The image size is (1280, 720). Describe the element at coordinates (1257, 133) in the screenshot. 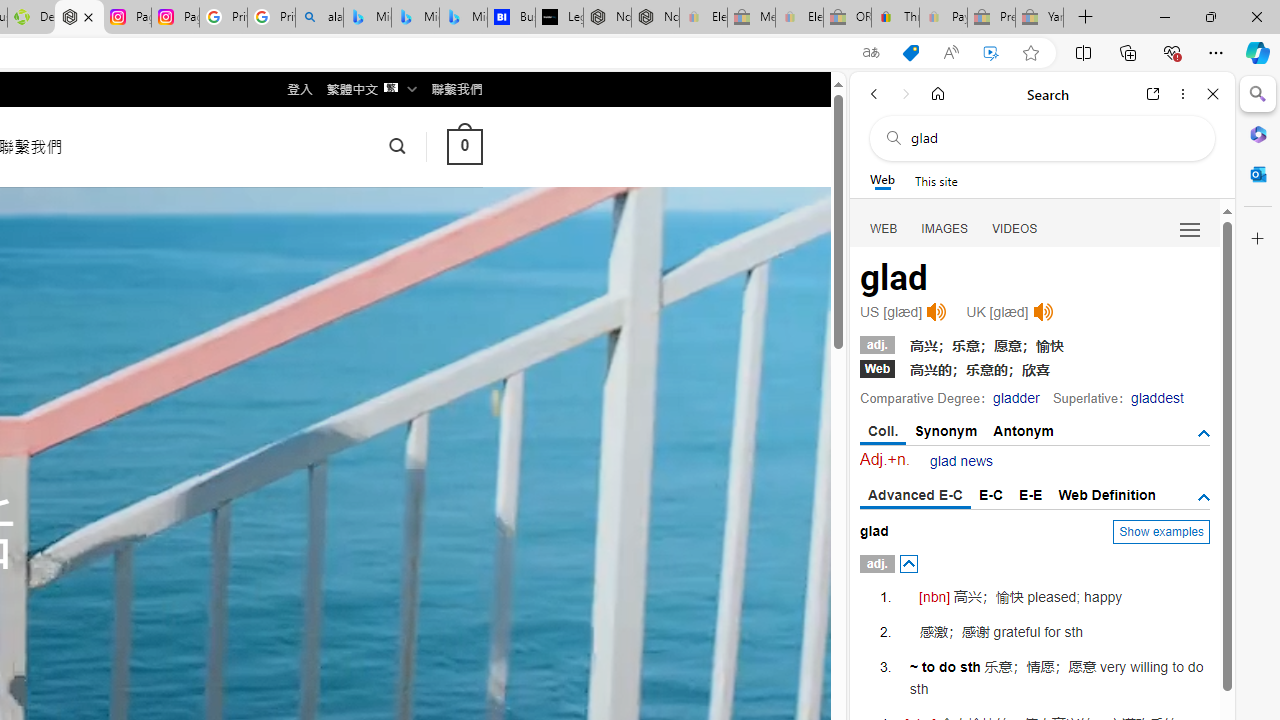

I see `'Microsoft 365'` at that location.